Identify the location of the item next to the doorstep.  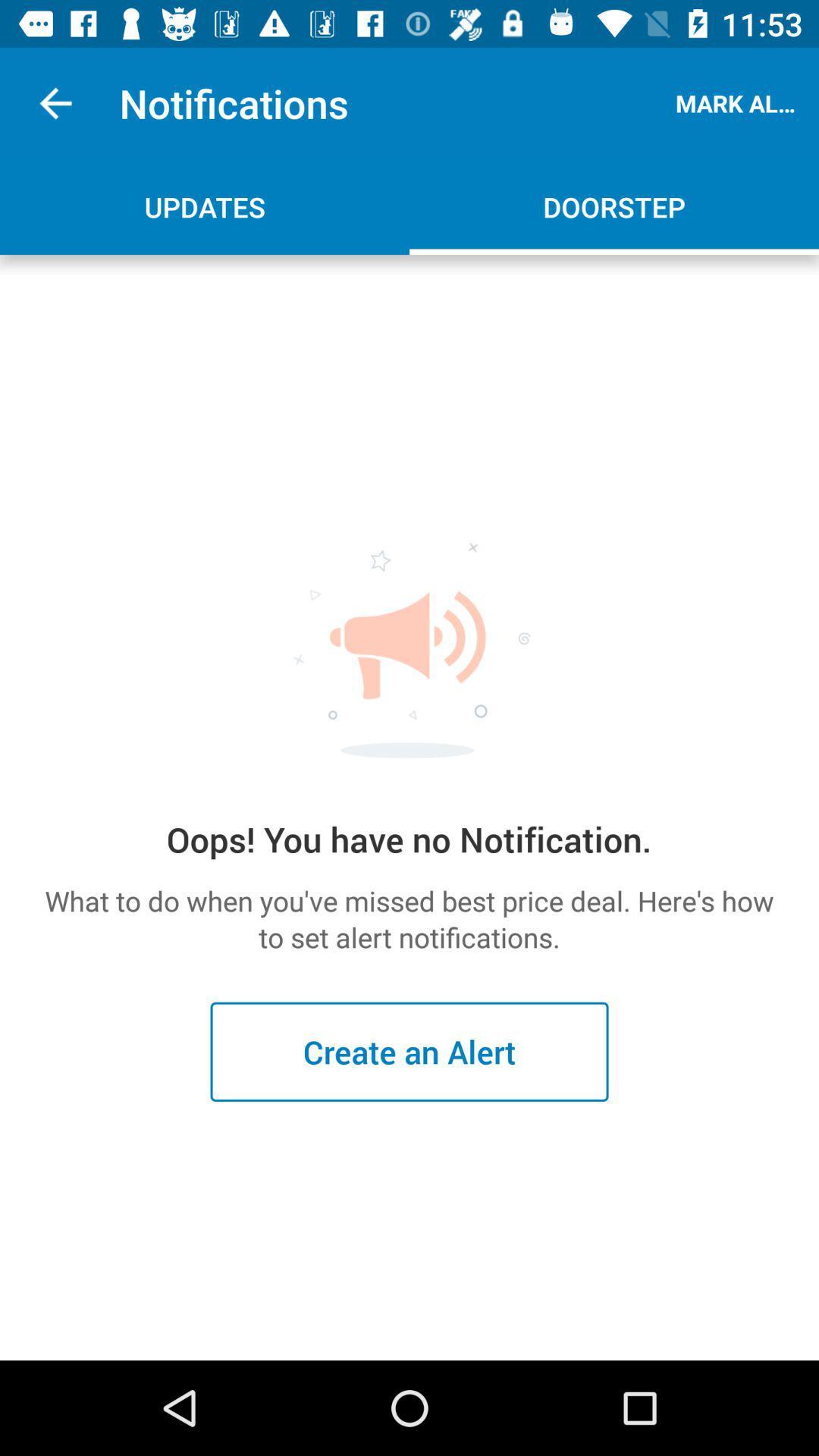
(205, 206).